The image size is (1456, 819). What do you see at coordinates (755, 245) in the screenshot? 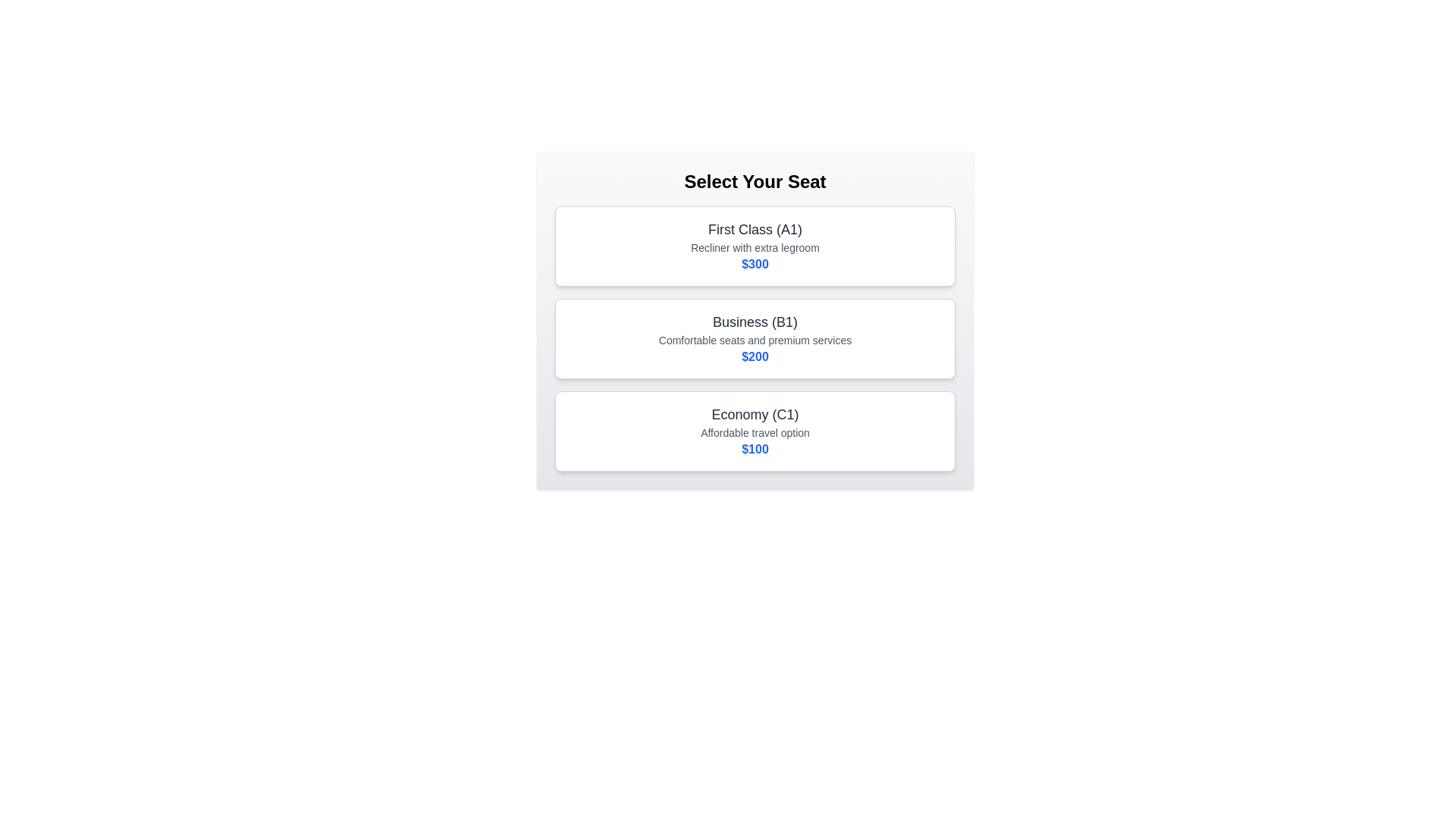
I see `the first Button-like card that represents an option for selecting a seating class, located at the topmost position in a vertical stack of three similar cards` at bounding box center [755, 245].